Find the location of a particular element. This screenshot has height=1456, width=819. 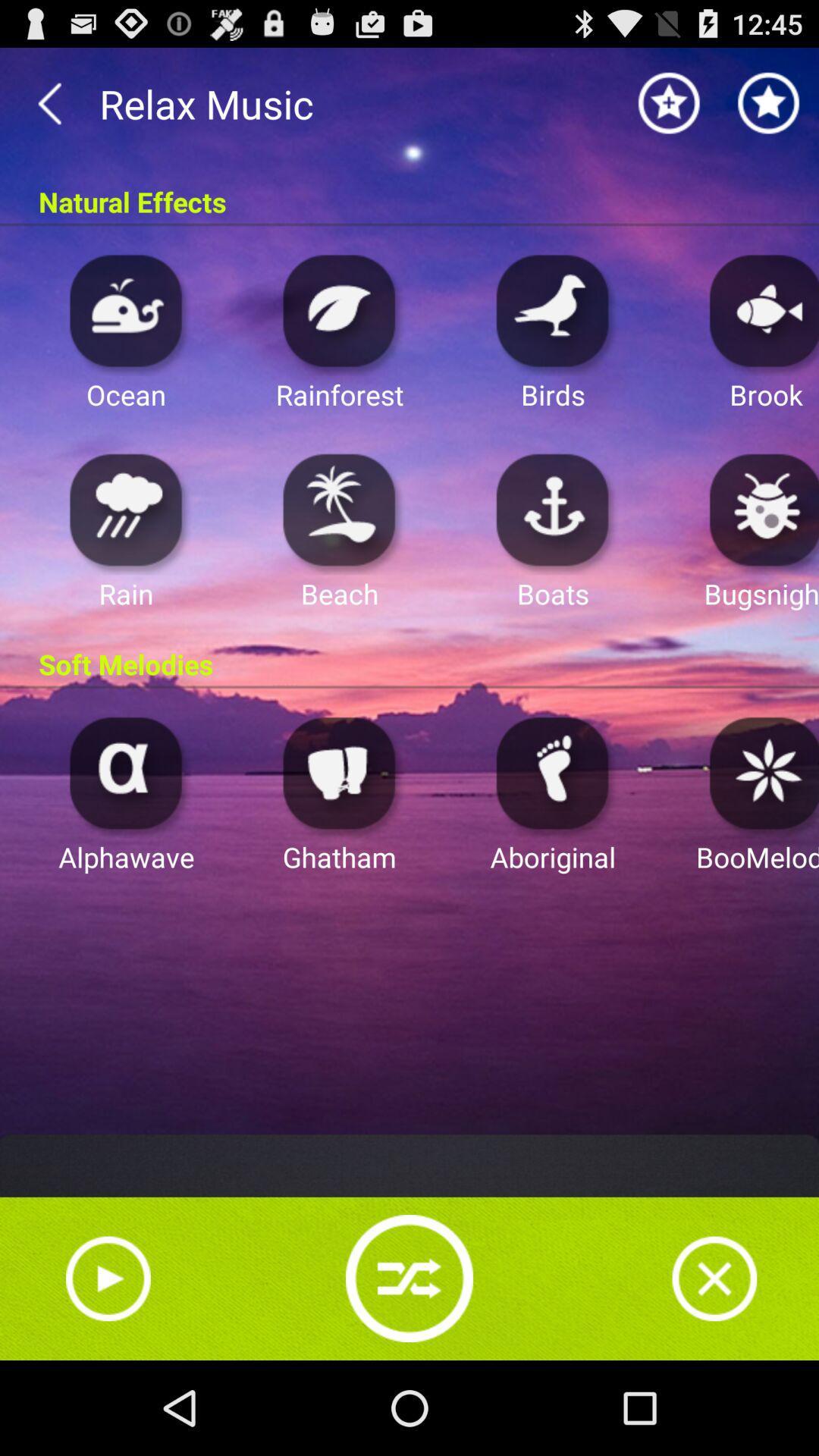

turns on a natural effects setting is located at coordinates (339, 309).